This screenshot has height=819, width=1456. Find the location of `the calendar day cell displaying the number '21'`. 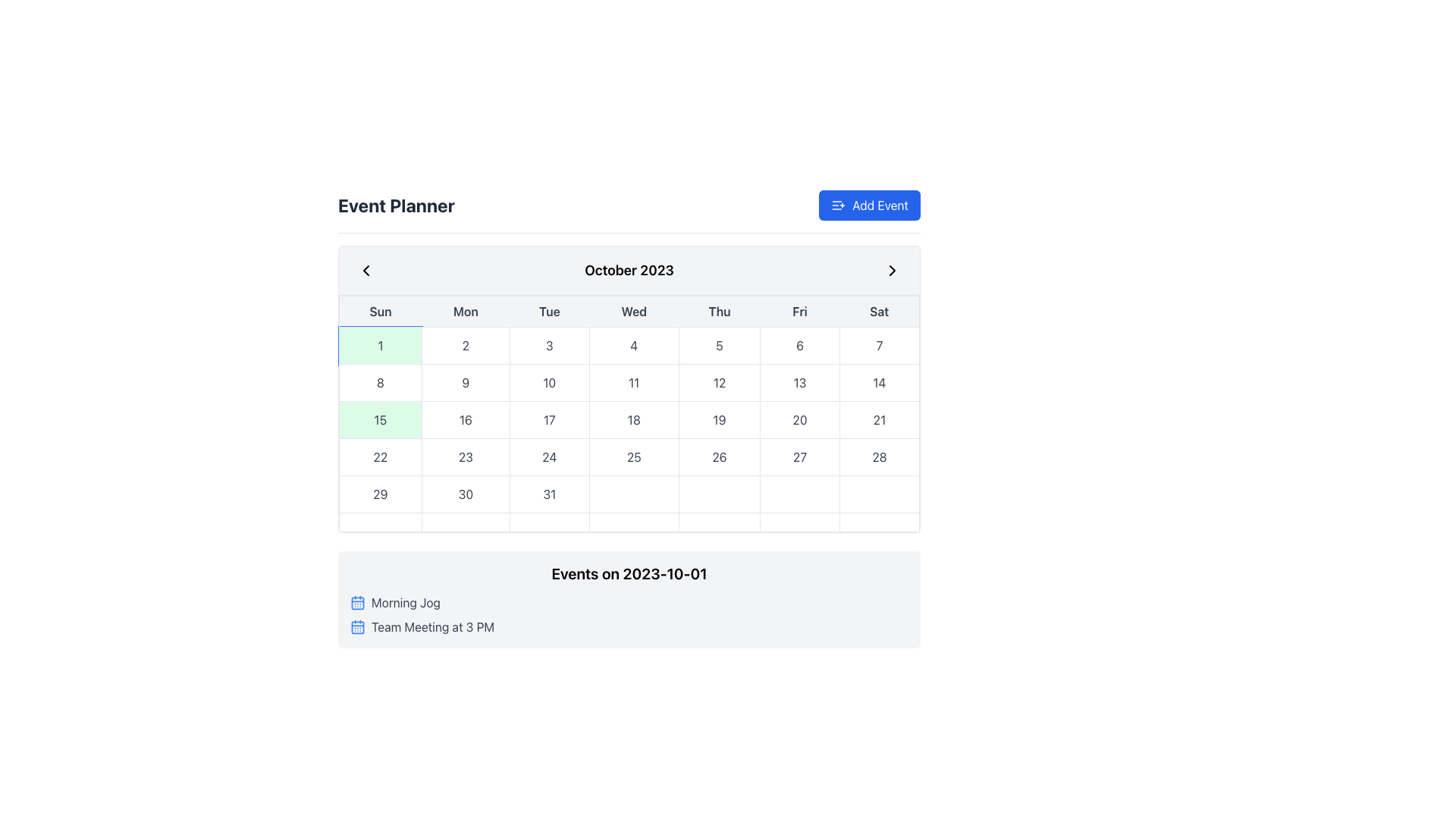

the calendar day cell displaying the number '21' is located at coordinates (879, 420).